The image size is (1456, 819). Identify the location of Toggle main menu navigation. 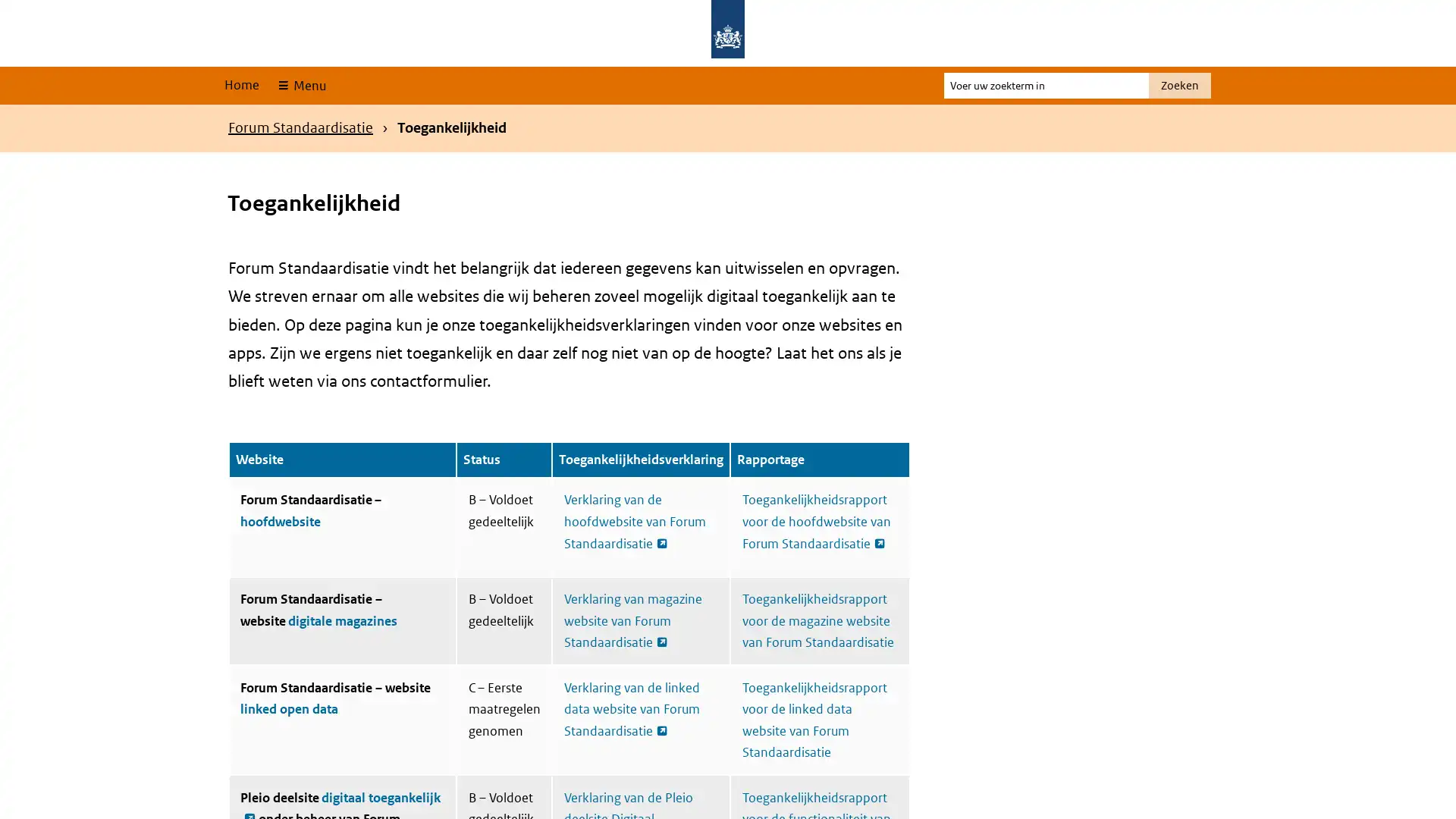
(300, 85).